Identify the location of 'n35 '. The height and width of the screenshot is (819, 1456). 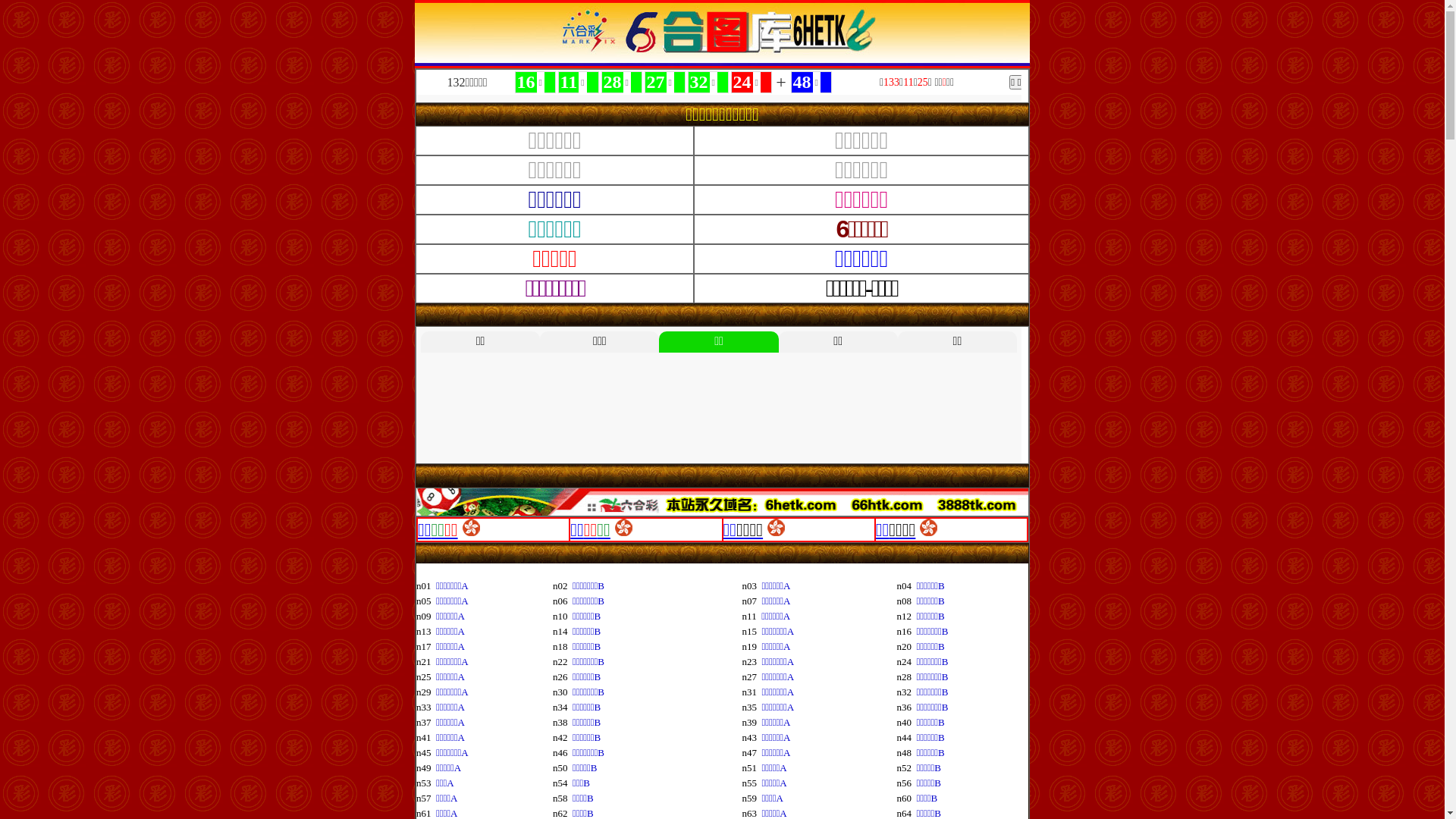
(742, 707).